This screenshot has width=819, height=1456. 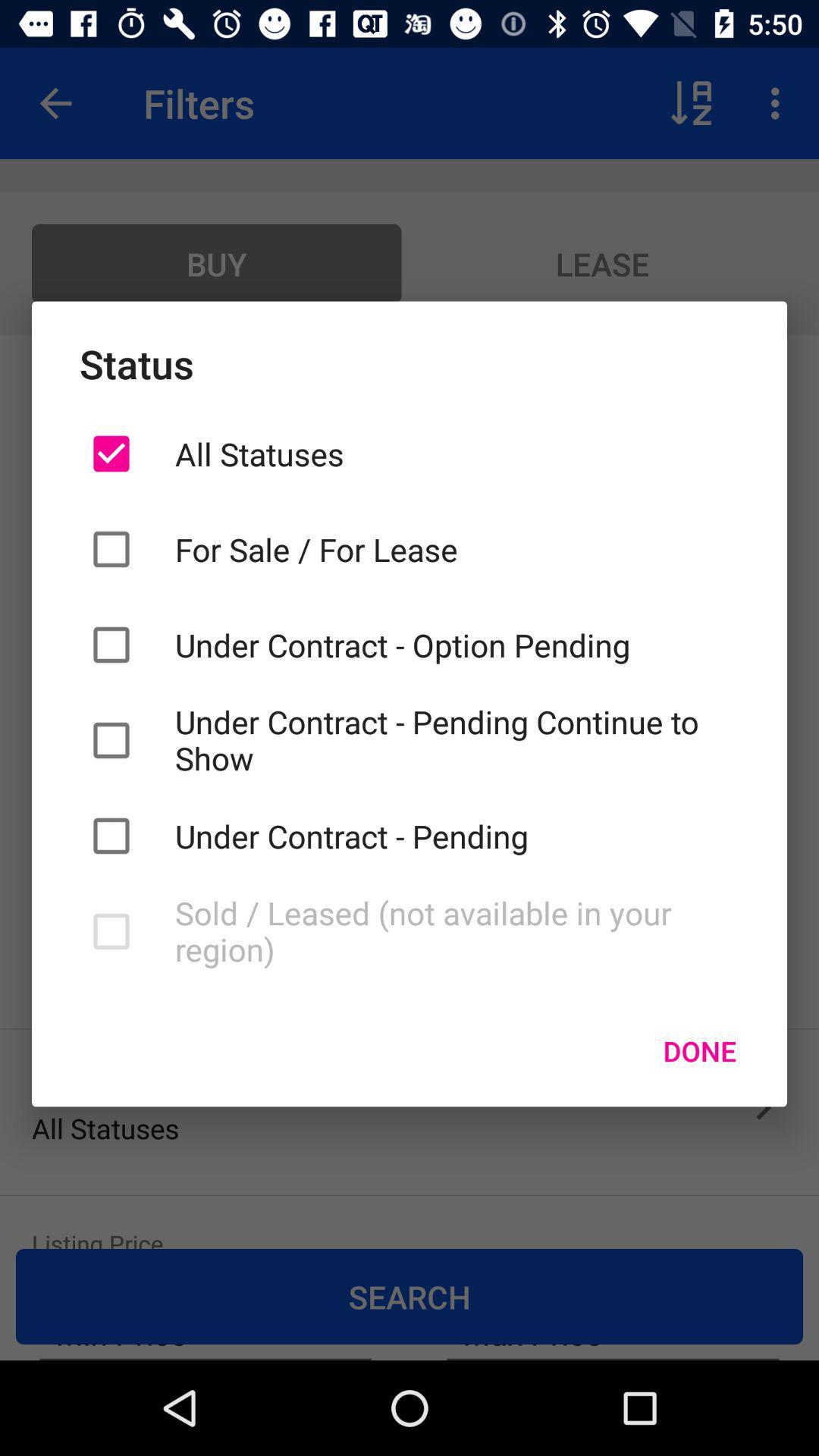 I want to click on item below the all statuses item, so click(x=456, y=548).